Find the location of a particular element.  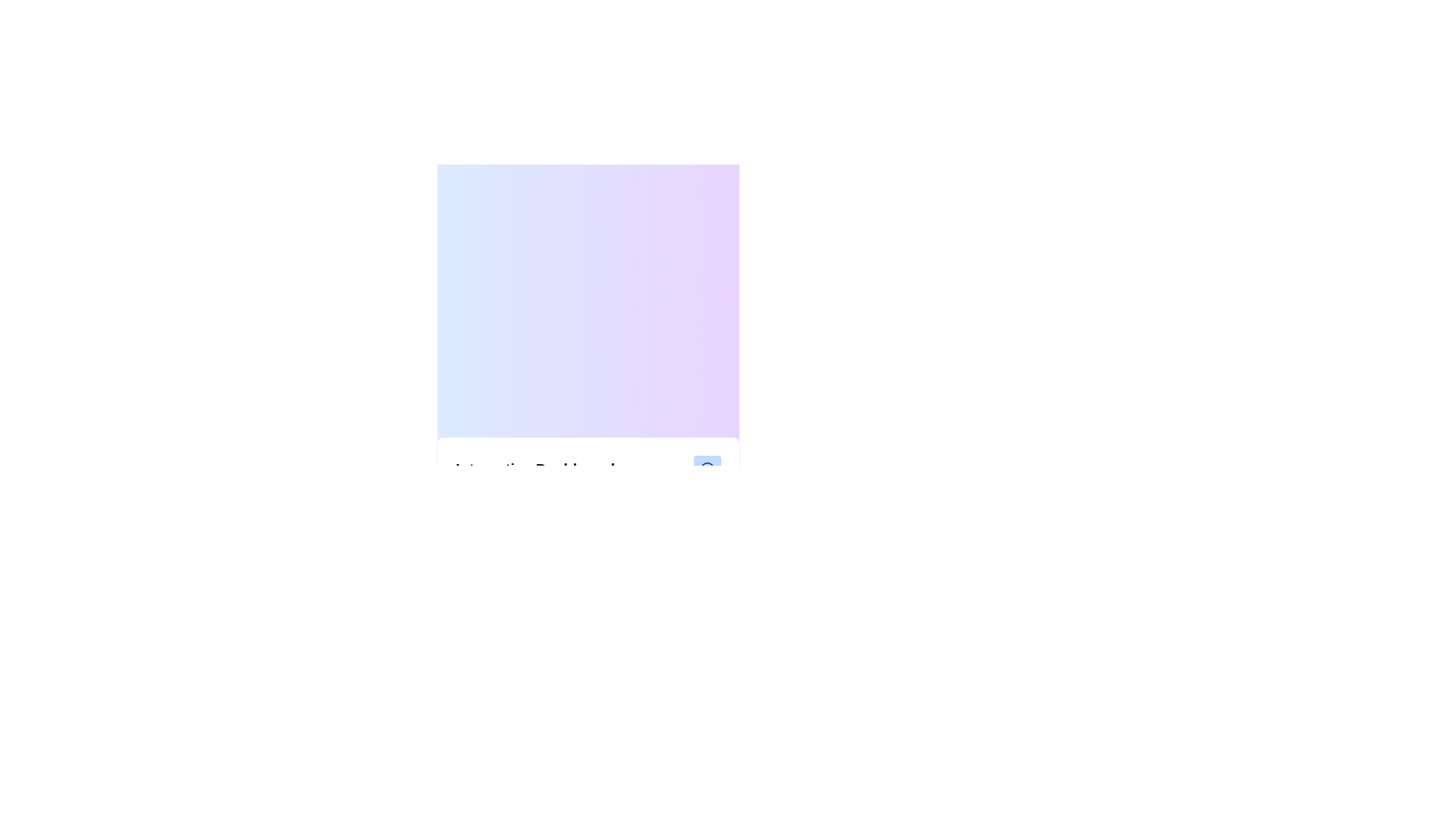

the rounded rectangular button located at the bottom right corner of the visible area, which contains a small circular information icon with a blue border and white background is located at coordinates (706, 467).